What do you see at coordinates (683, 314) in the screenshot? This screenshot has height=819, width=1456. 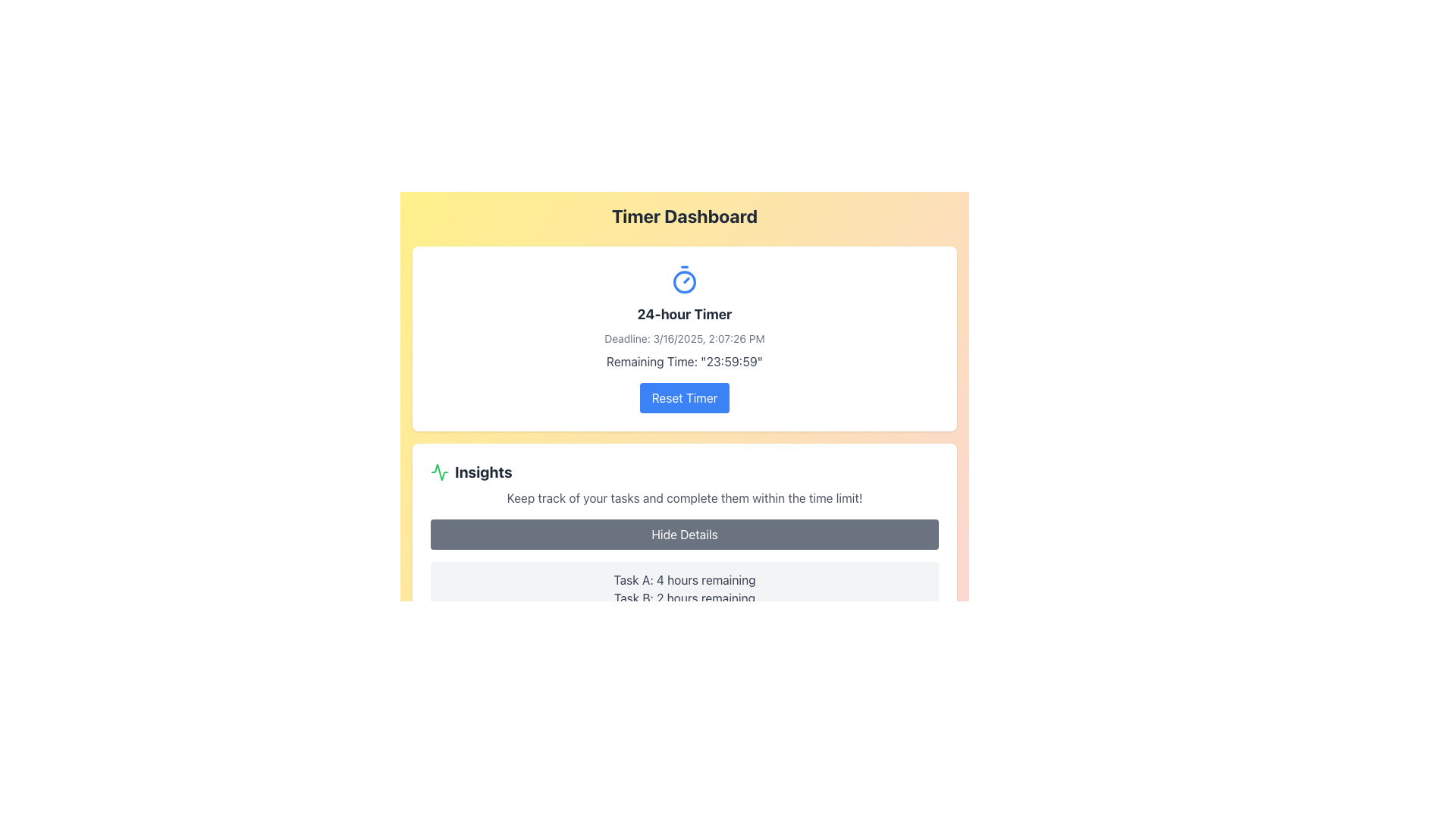 I see `the Text Label that serves as the title for the 24-hour timer feature, positioned beneath the circular timer icon` at bounding box center [683, 314].